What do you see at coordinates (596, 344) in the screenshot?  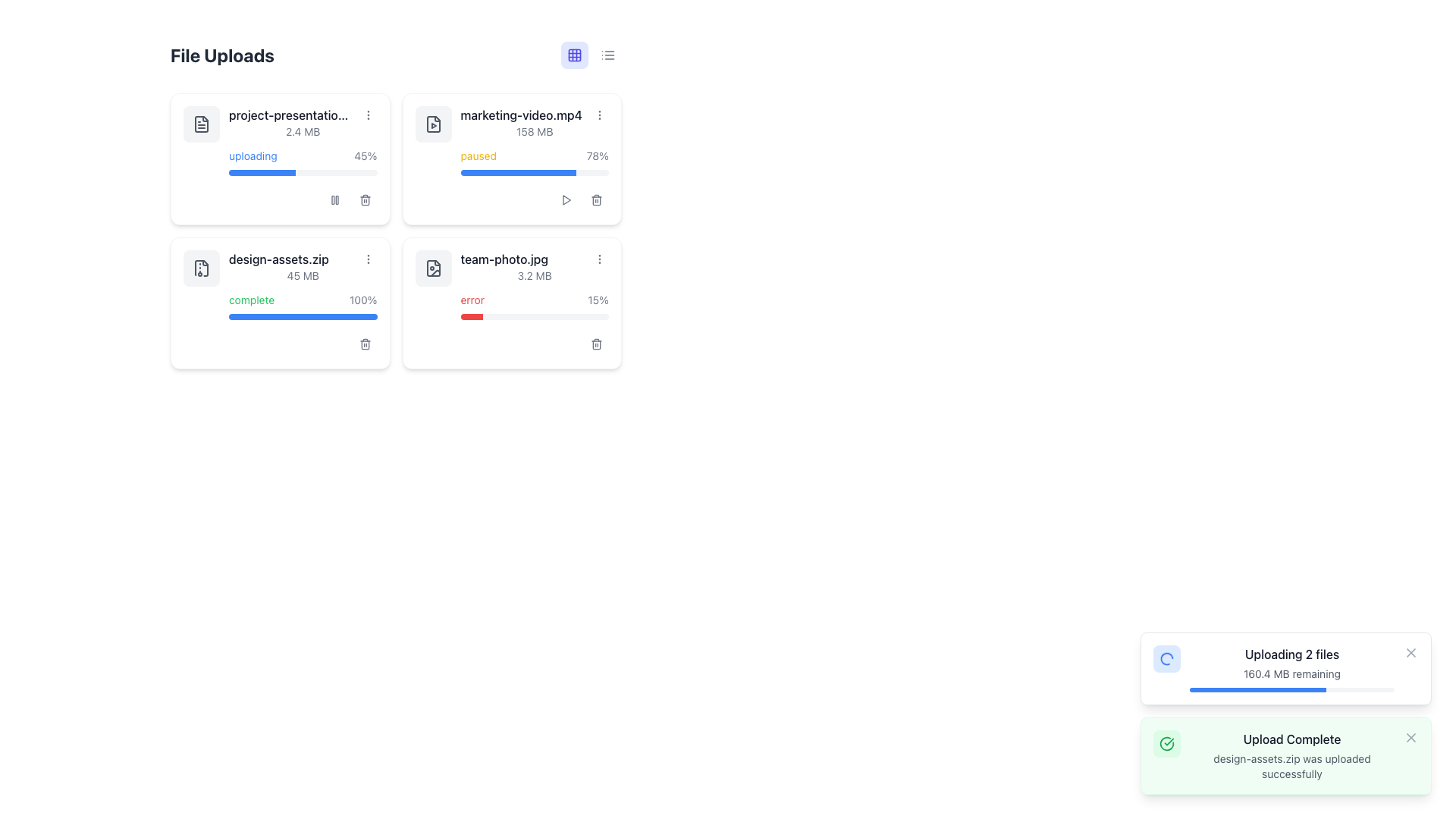 I see `the Trash/Delete icon located in the bottom-right corner of the card for the file 'team-photo.jpg'` at bounding box center [596, 344].